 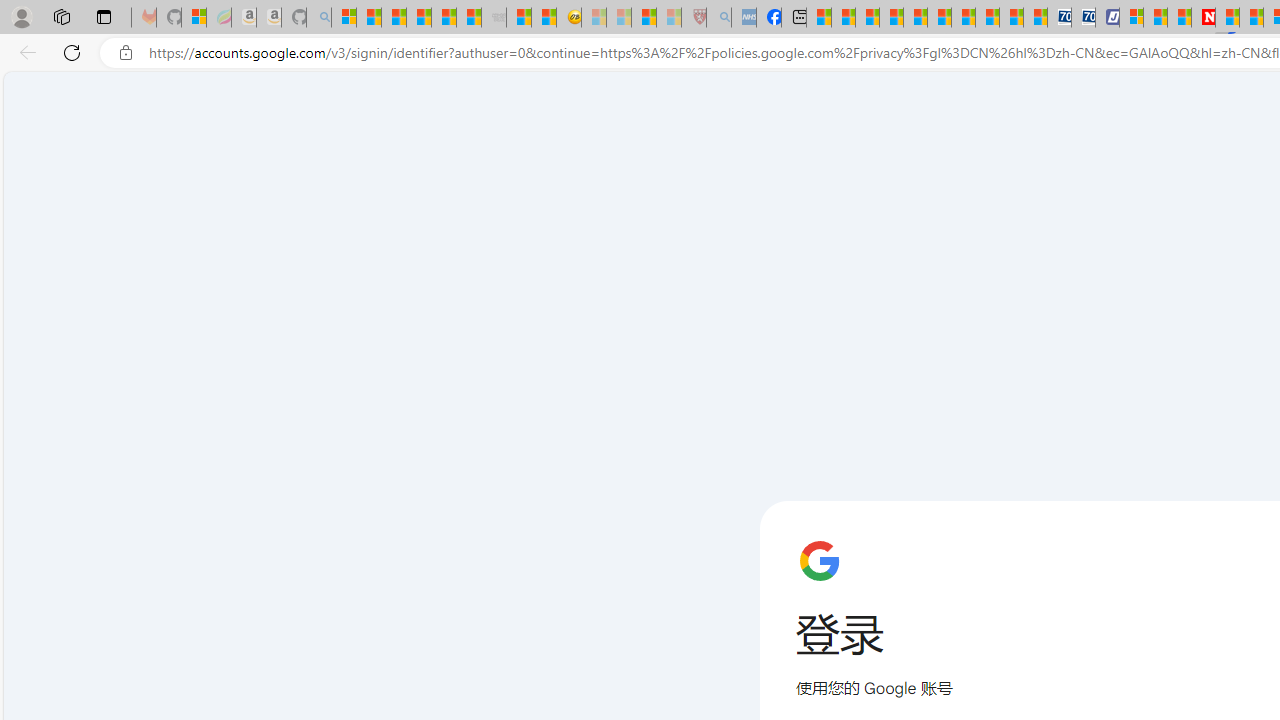 What do you see at coordinates (442, 17) in the screenshot?
I see `'New Report Confirms 2023 Was Record Hot | Watch'` at bounding box center [442, 17].